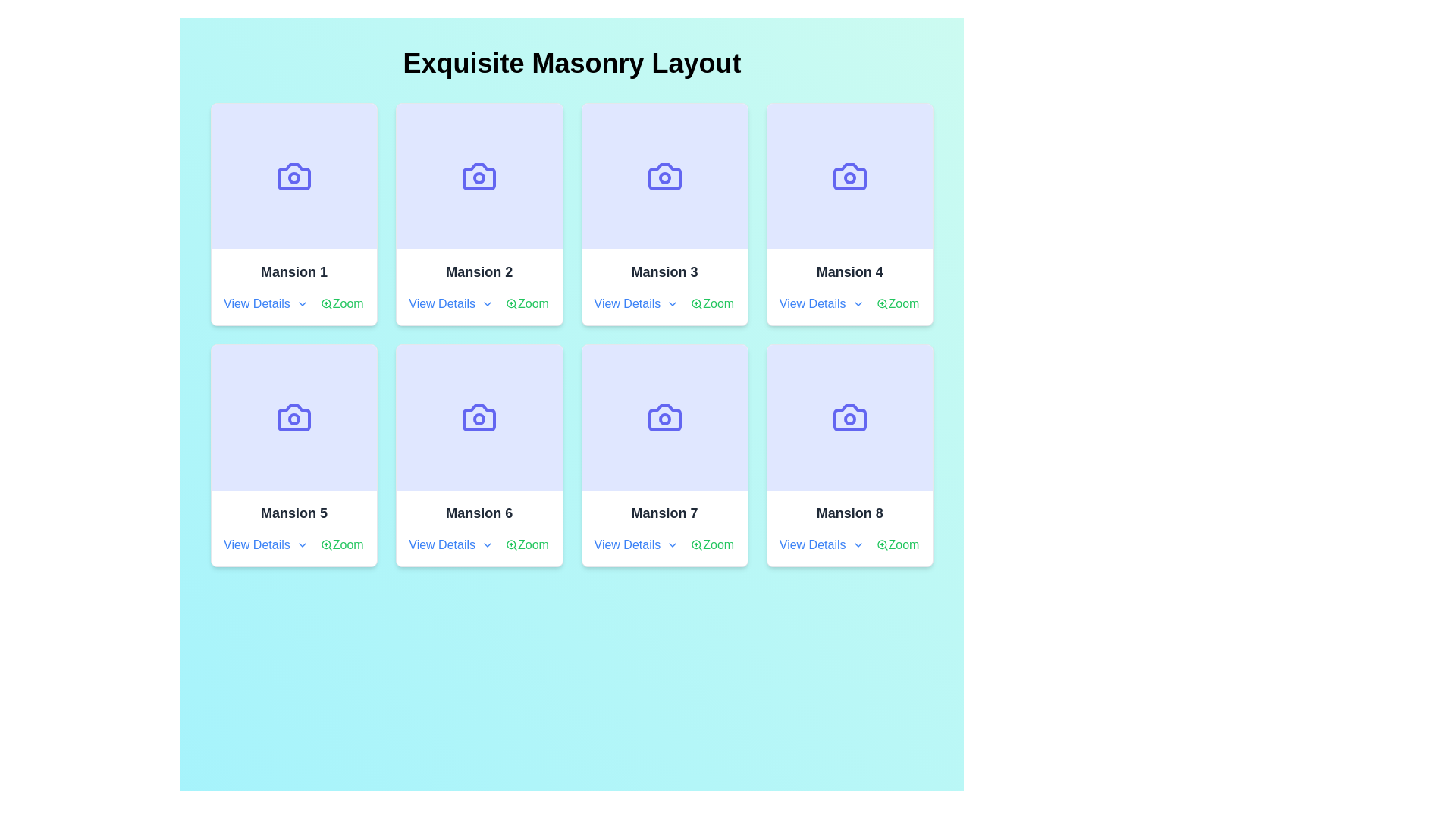  Describe the element at coordinates (479, 175) in the screenshot. I see `the camera icon located in the second card of the first row in the 'Exquisite Masonry Layout' grid` at that location.